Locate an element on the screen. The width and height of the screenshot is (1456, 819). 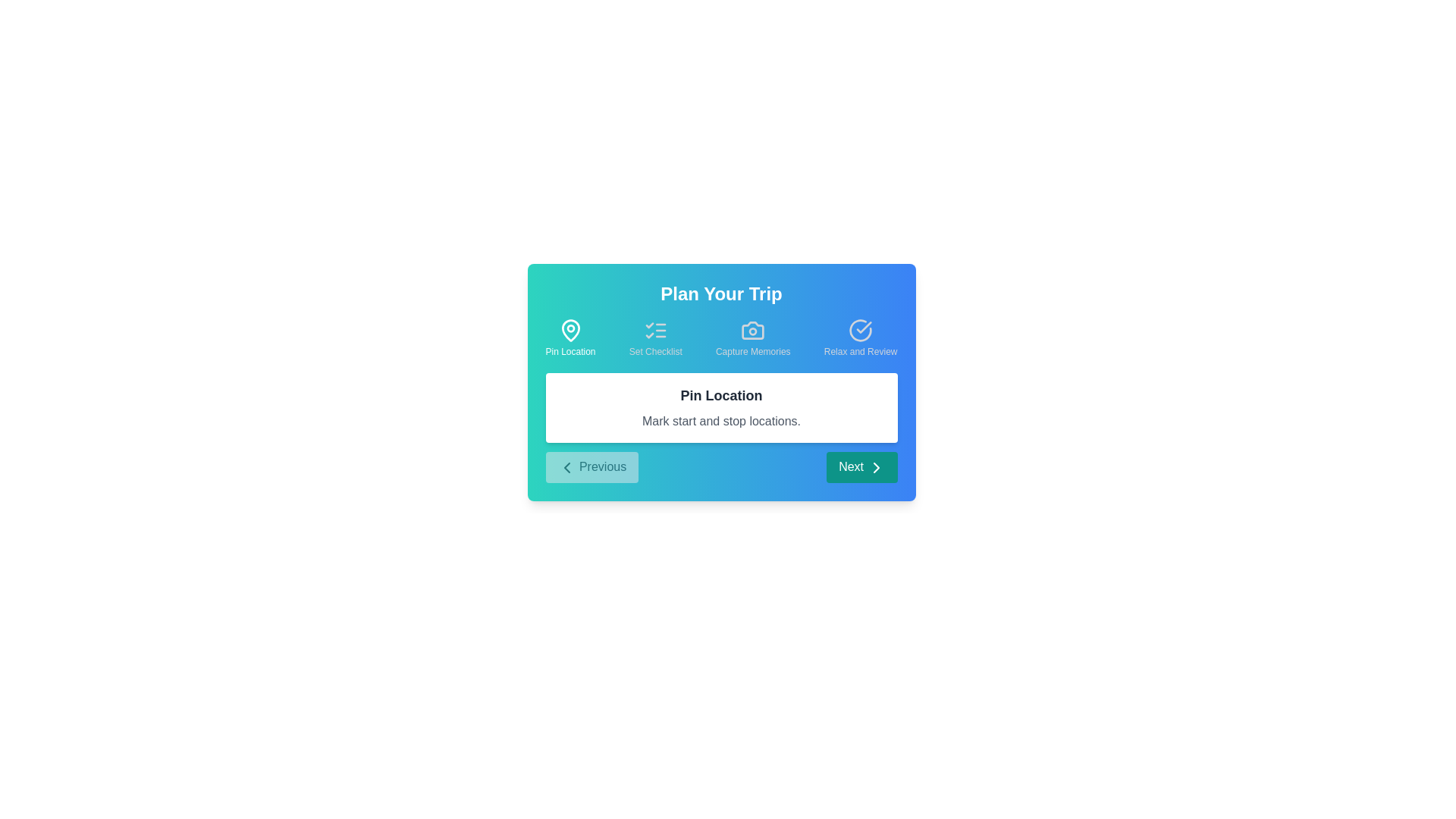
the step icon corresponding to Pin Location is located at coordinates (570, 337).